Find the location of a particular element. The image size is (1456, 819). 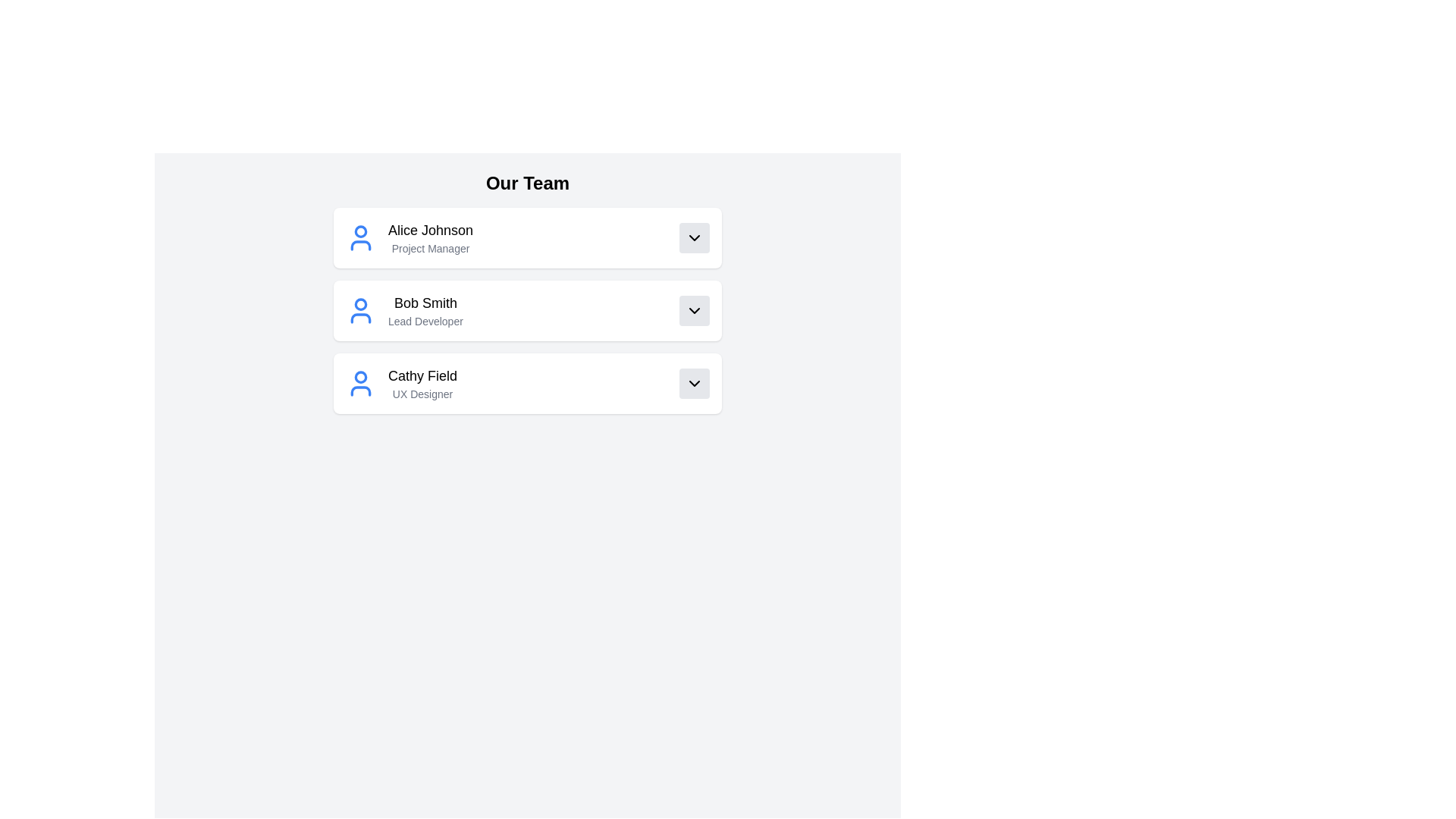

the Label Group displaying user identification information for the third team member under 'Our Team', which provides the name and professional title is located at coordinates (401, 382).